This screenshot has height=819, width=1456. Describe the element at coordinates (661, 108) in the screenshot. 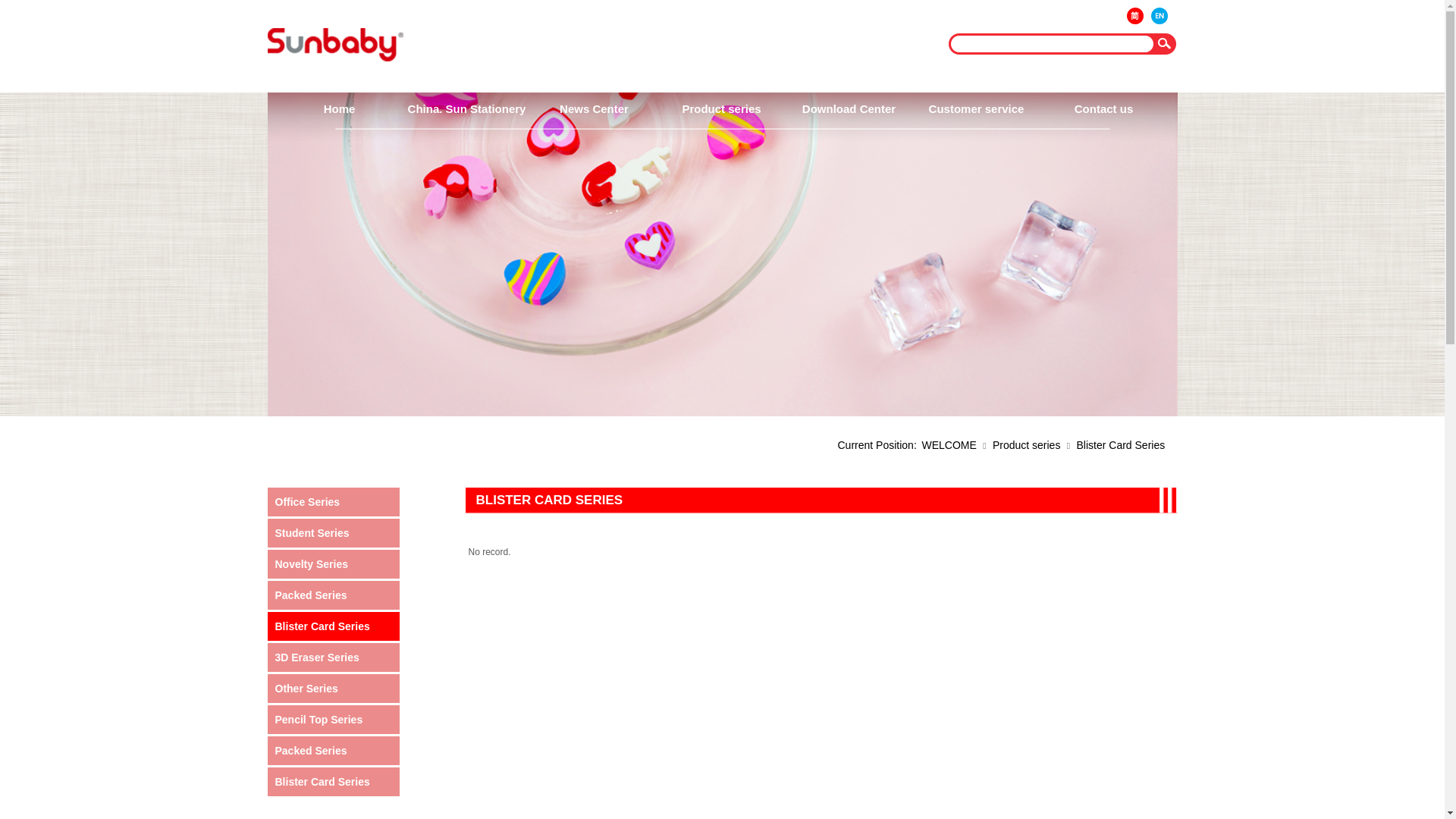

I see `'Product series'` at that location.